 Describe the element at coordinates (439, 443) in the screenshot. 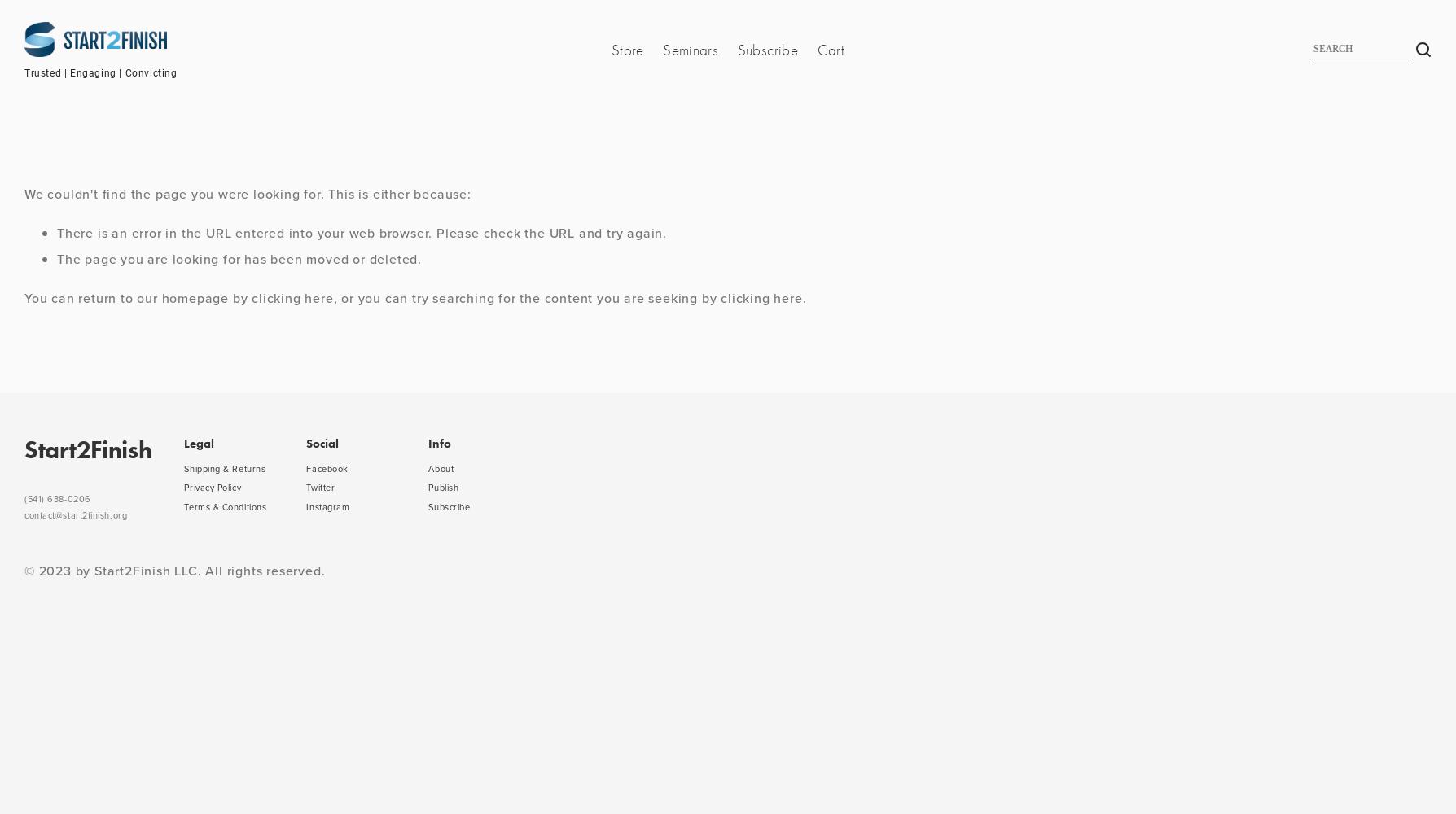

I see `'Info'` at that location.